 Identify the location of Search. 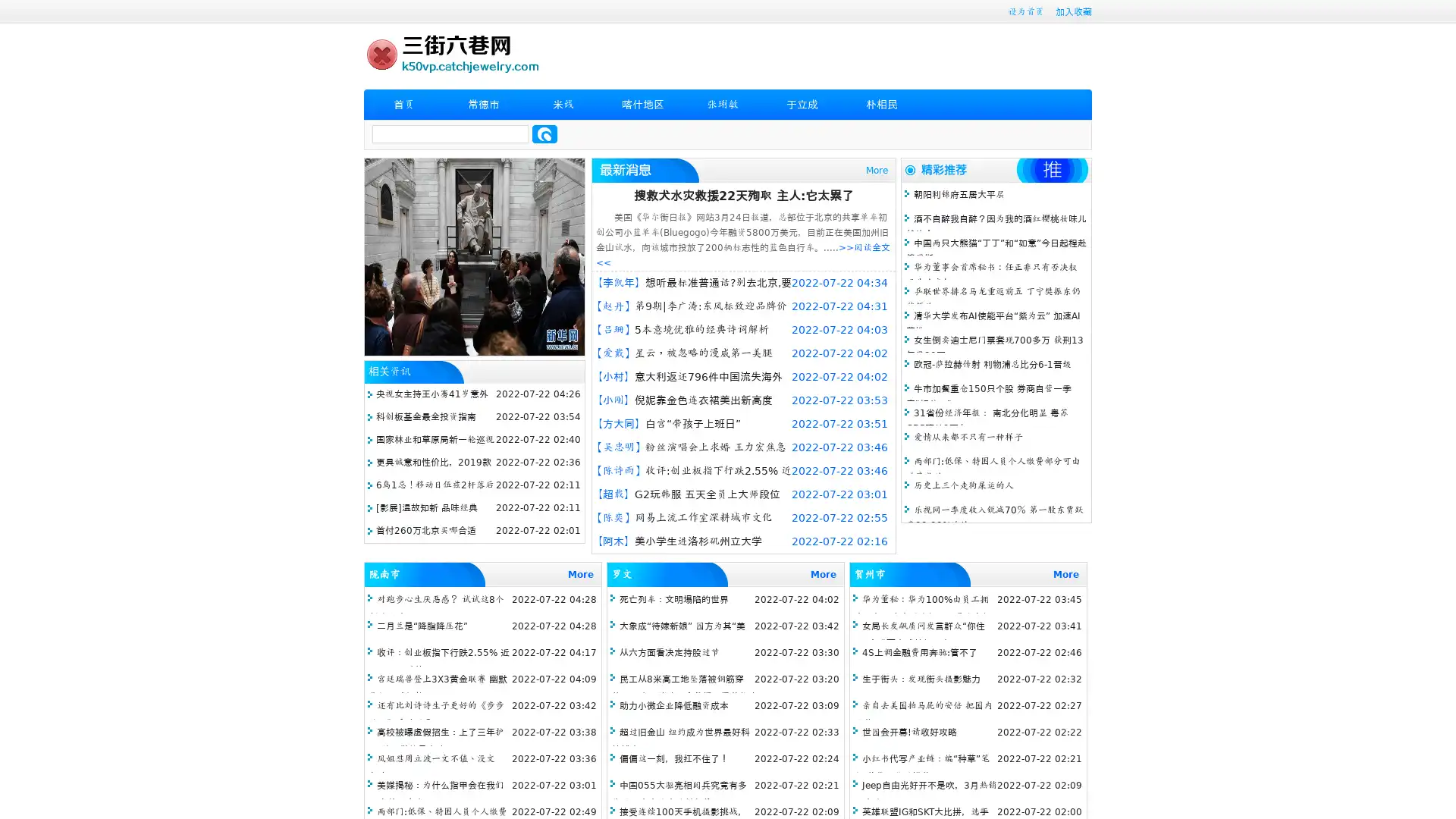
(544, 133).